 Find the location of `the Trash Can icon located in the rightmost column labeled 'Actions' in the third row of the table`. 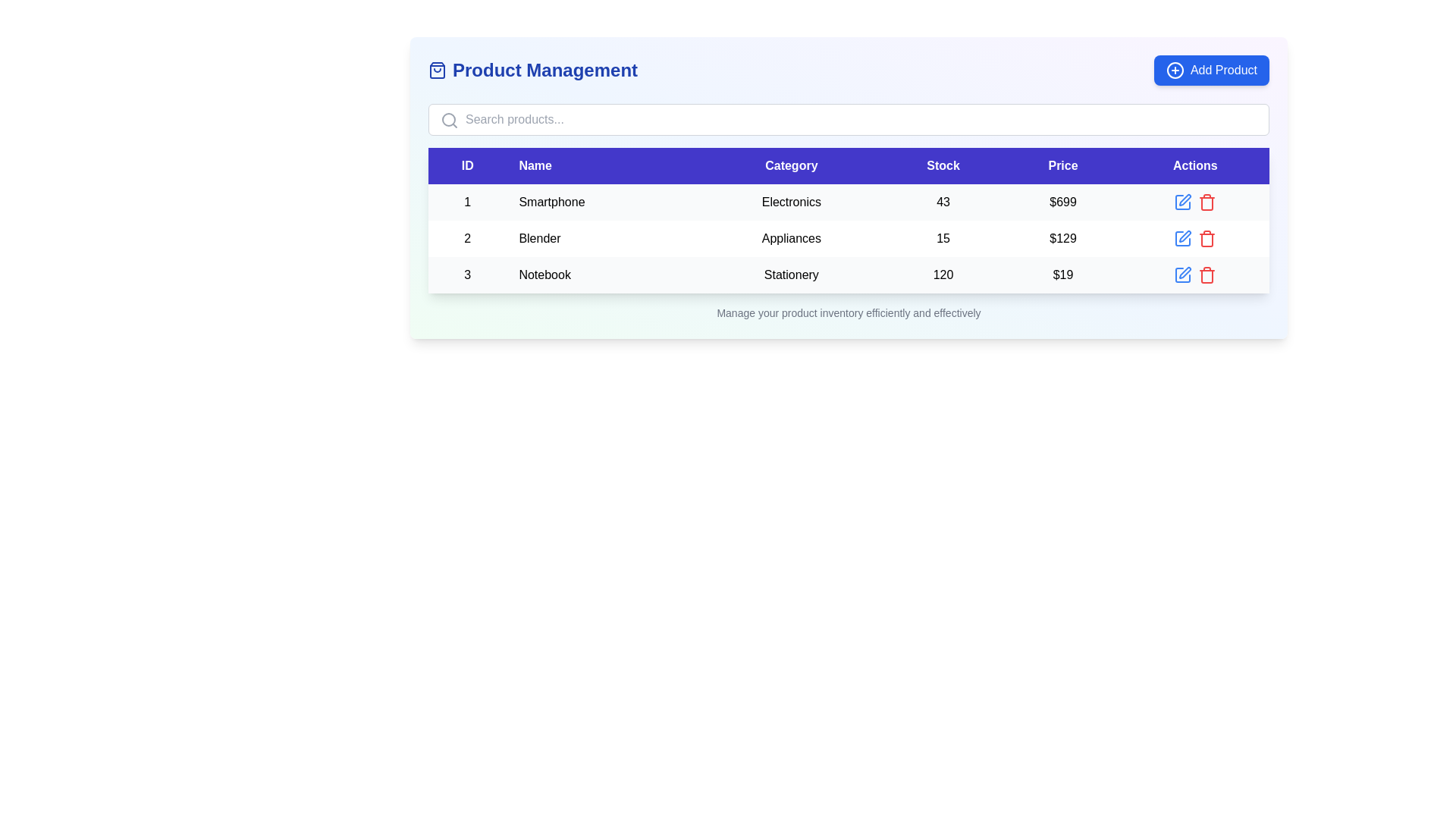

the Trash Can icon located in the rightmost column labeled 'Actions' in the third row of the table is located at coordinates (1207, 277).